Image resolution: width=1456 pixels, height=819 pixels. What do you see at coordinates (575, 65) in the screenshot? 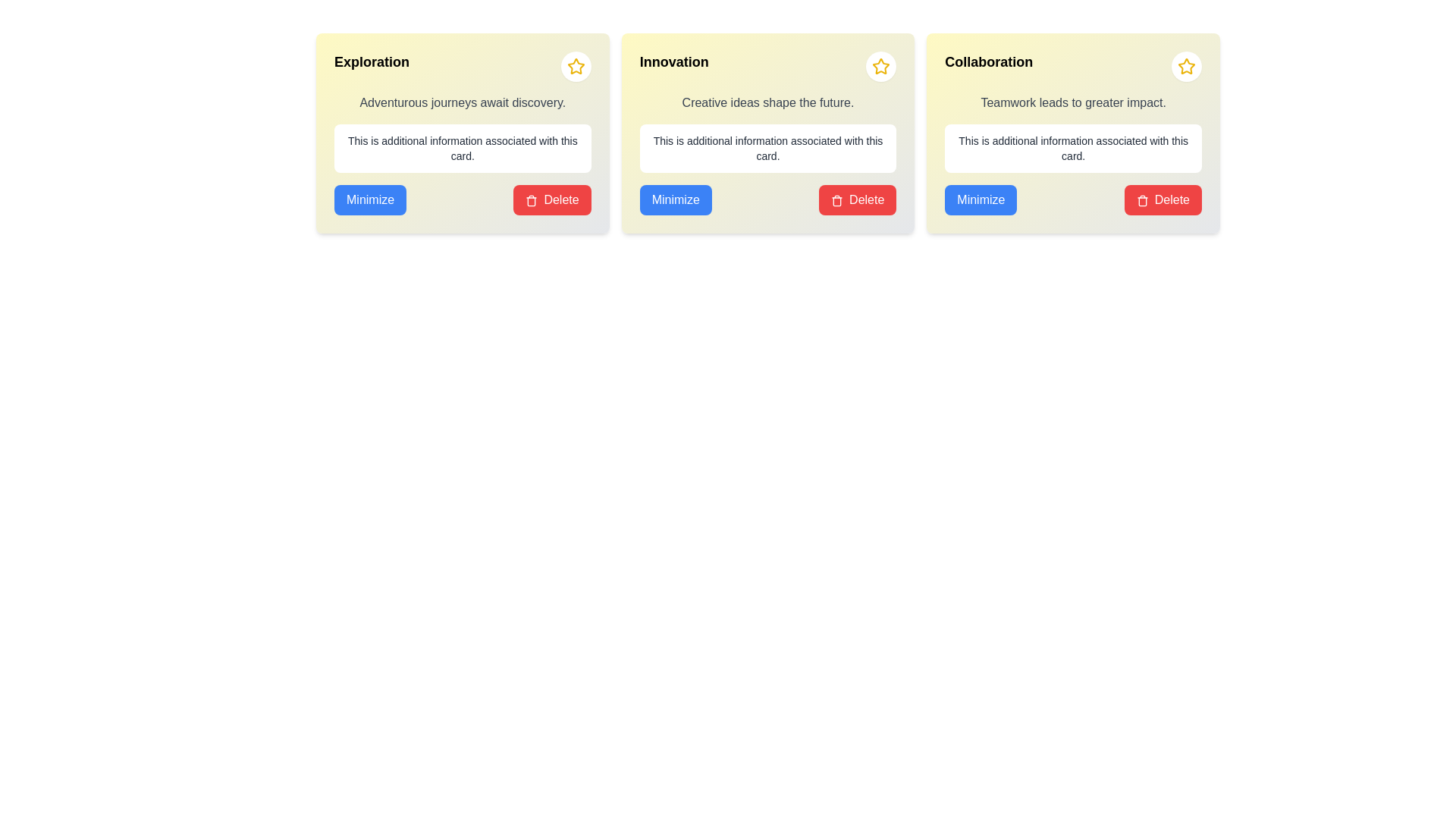
I see `the yellow star-shaped icon located in the top-right corner of the 'Innovation' card` at bounding box center [575, 65].